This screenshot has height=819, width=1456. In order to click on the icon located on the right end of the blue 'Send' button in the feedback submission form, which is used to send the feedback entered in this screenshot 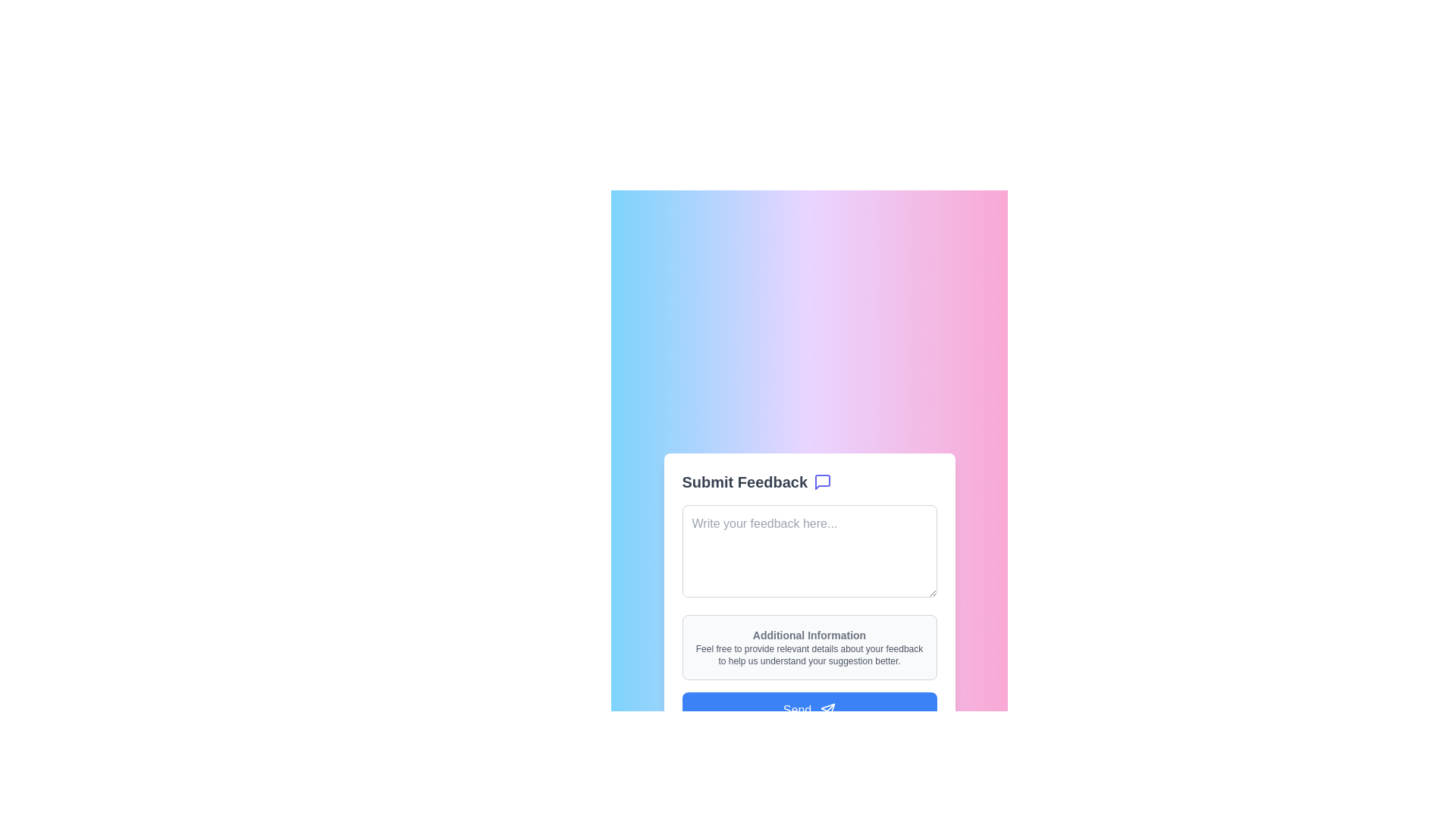, I will do `click(827, 710)`.